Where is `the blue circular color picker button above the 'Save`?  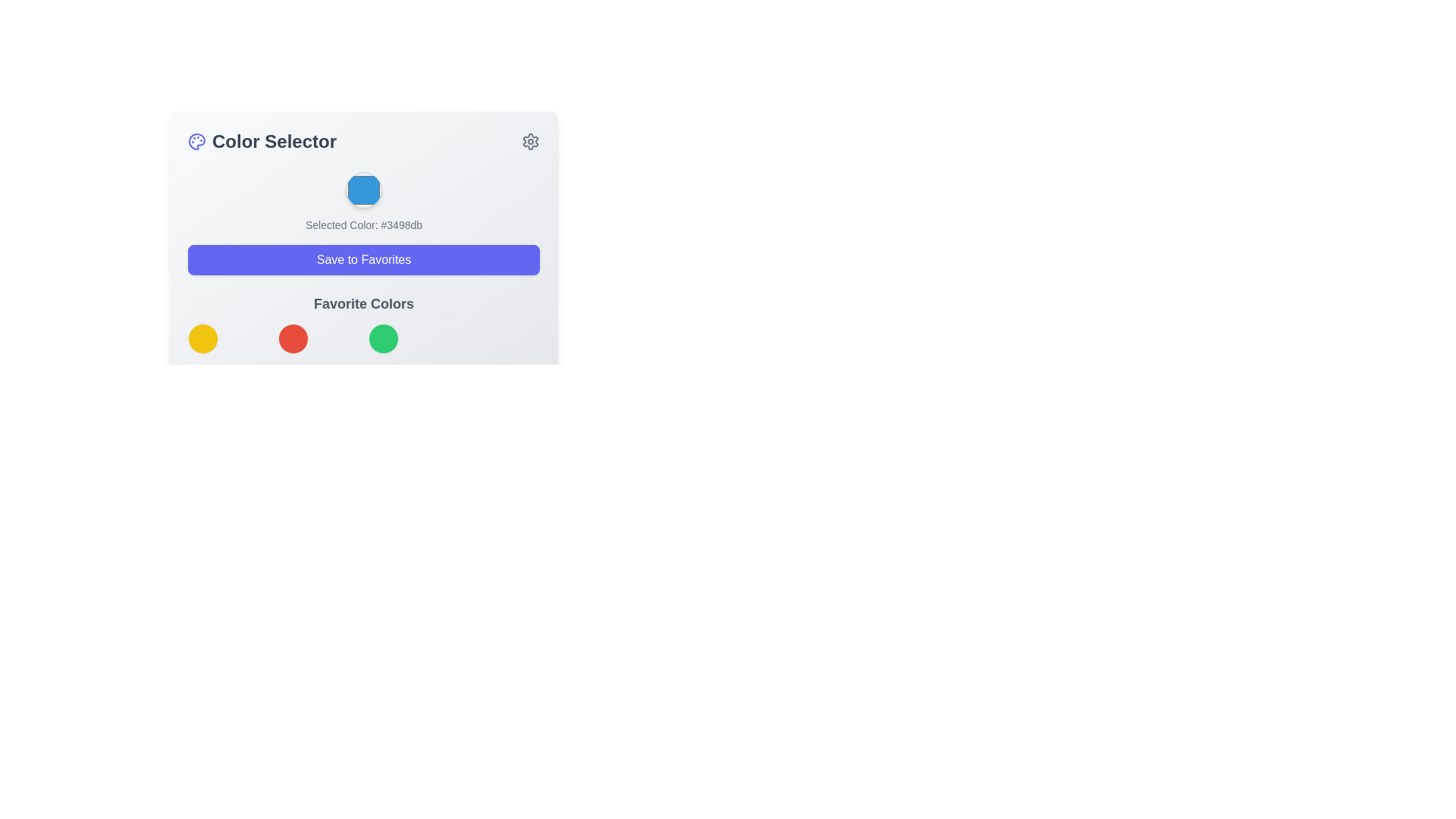
the blue circular color picker button above the 'Save is located at coordinates (364, 201).